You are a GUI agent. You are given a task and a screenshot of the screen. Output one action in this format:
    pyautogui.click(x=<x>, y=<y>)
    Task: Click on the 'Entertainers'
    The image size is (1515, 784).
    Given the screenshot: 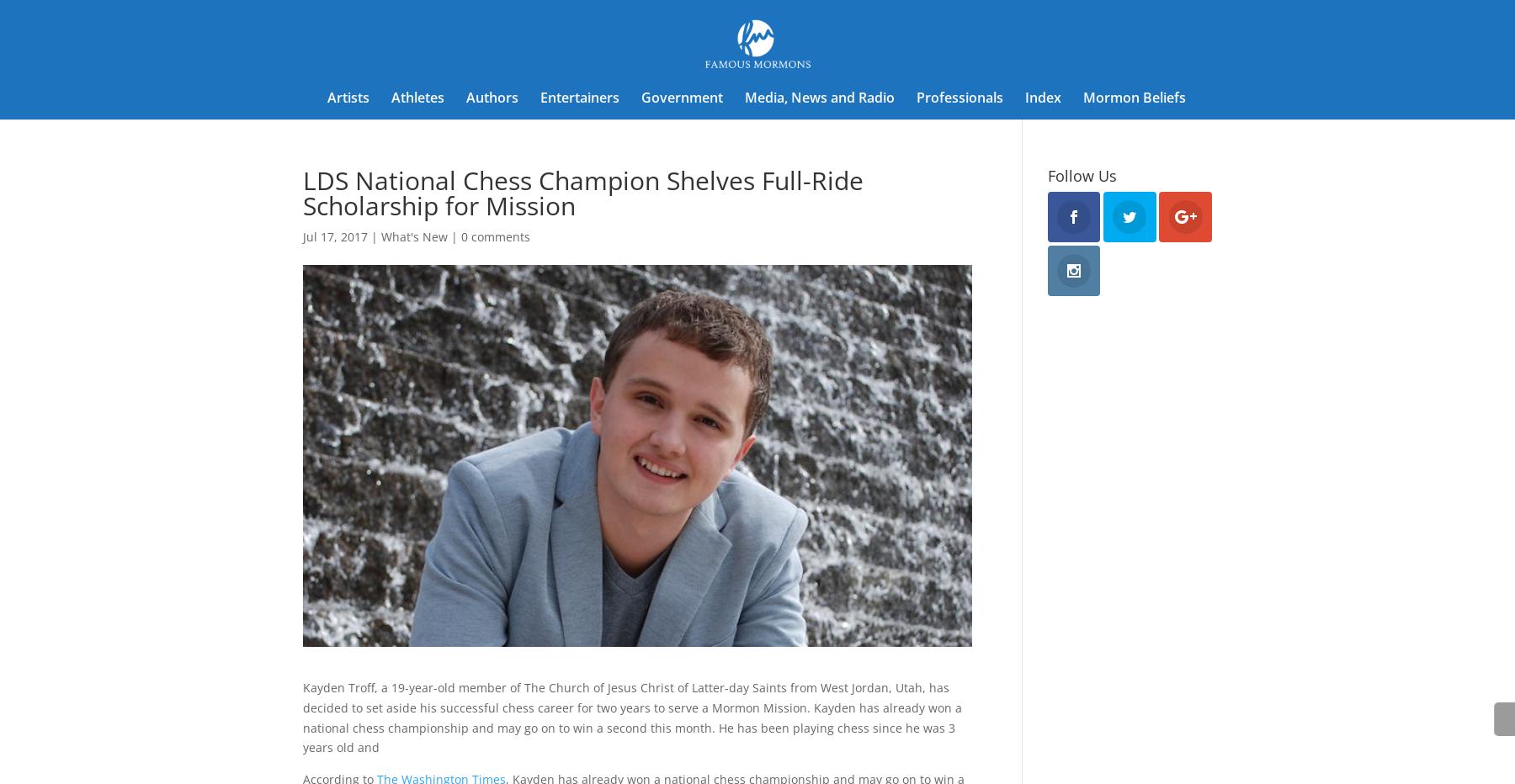 What is the action you would take?
    pyautogui.click(x=540, y=98)
    